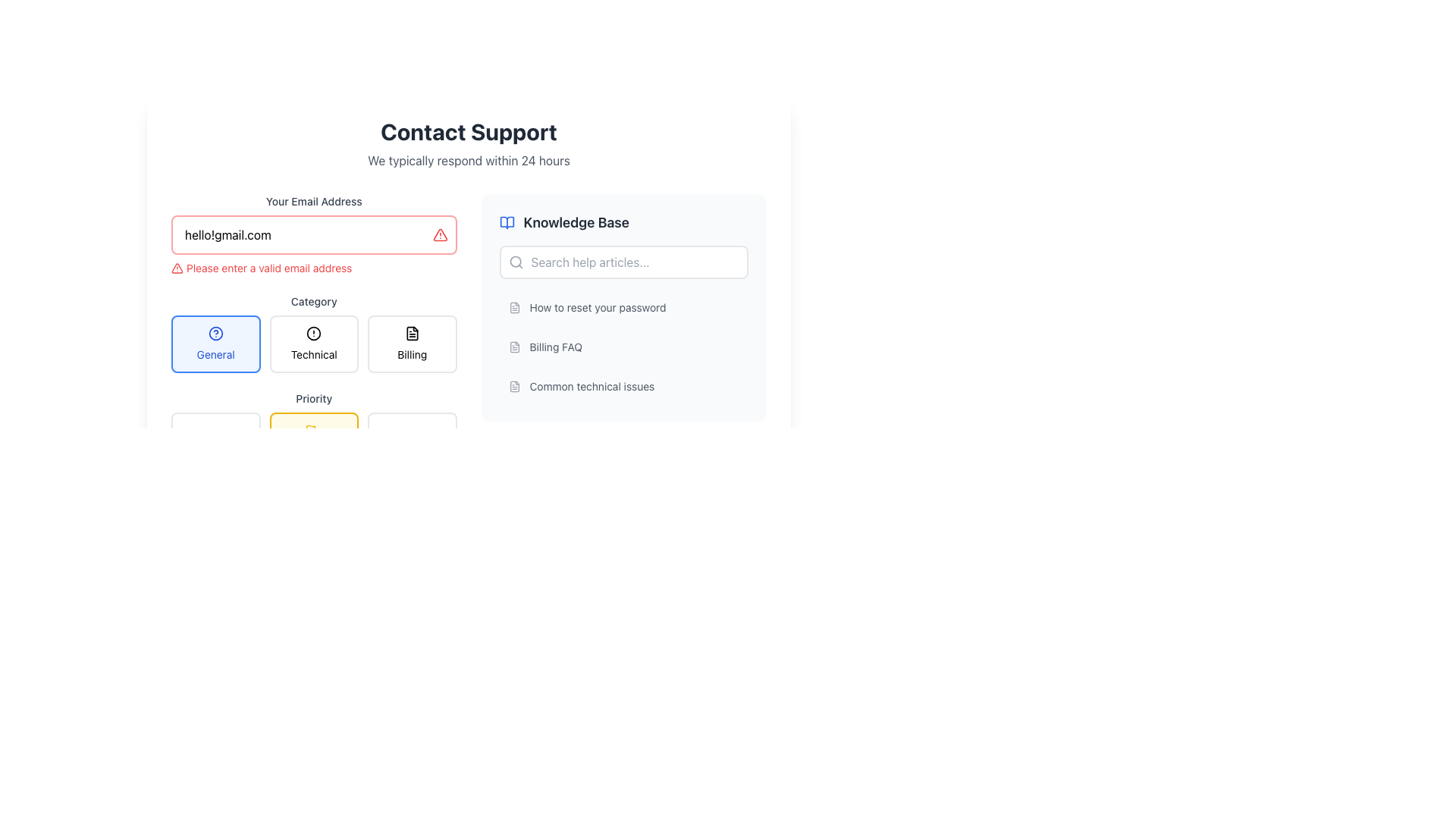 The height and width of the screenshot is (819, 1456). Describe the element at coordinates (623, 347) in the screenshot. I see `the clickable link in the 'Knowledge Base' section that leads to the FAQ about billing inquiries, positioned below 'How to reset your password'` at that location.